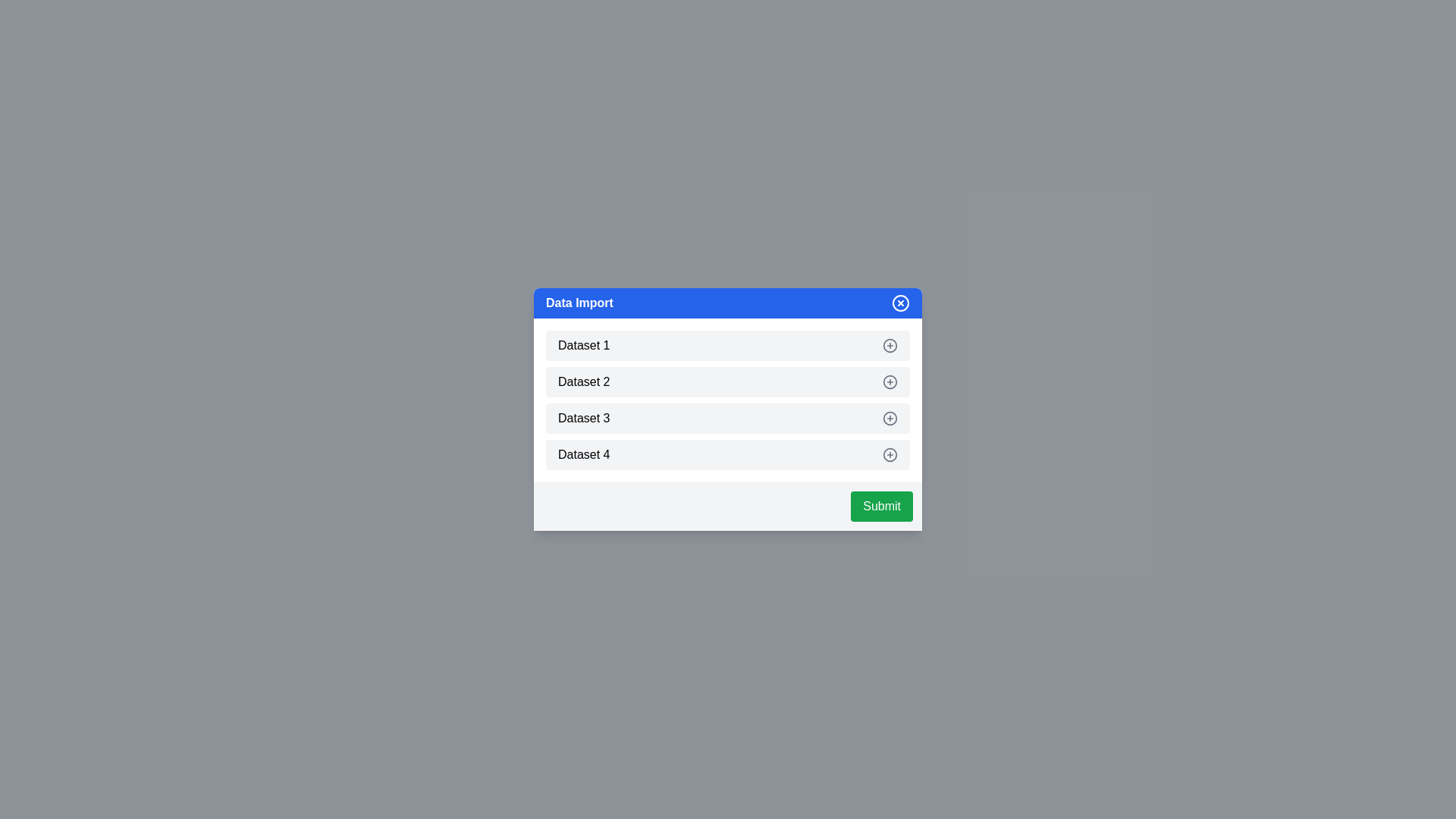 The width and height of the screenshot is (1456, 819). What do you see at coordinates (728, 303) in the screenshot?
I see `the dialog title and text content to read the information` at bounding box center [728, 303].